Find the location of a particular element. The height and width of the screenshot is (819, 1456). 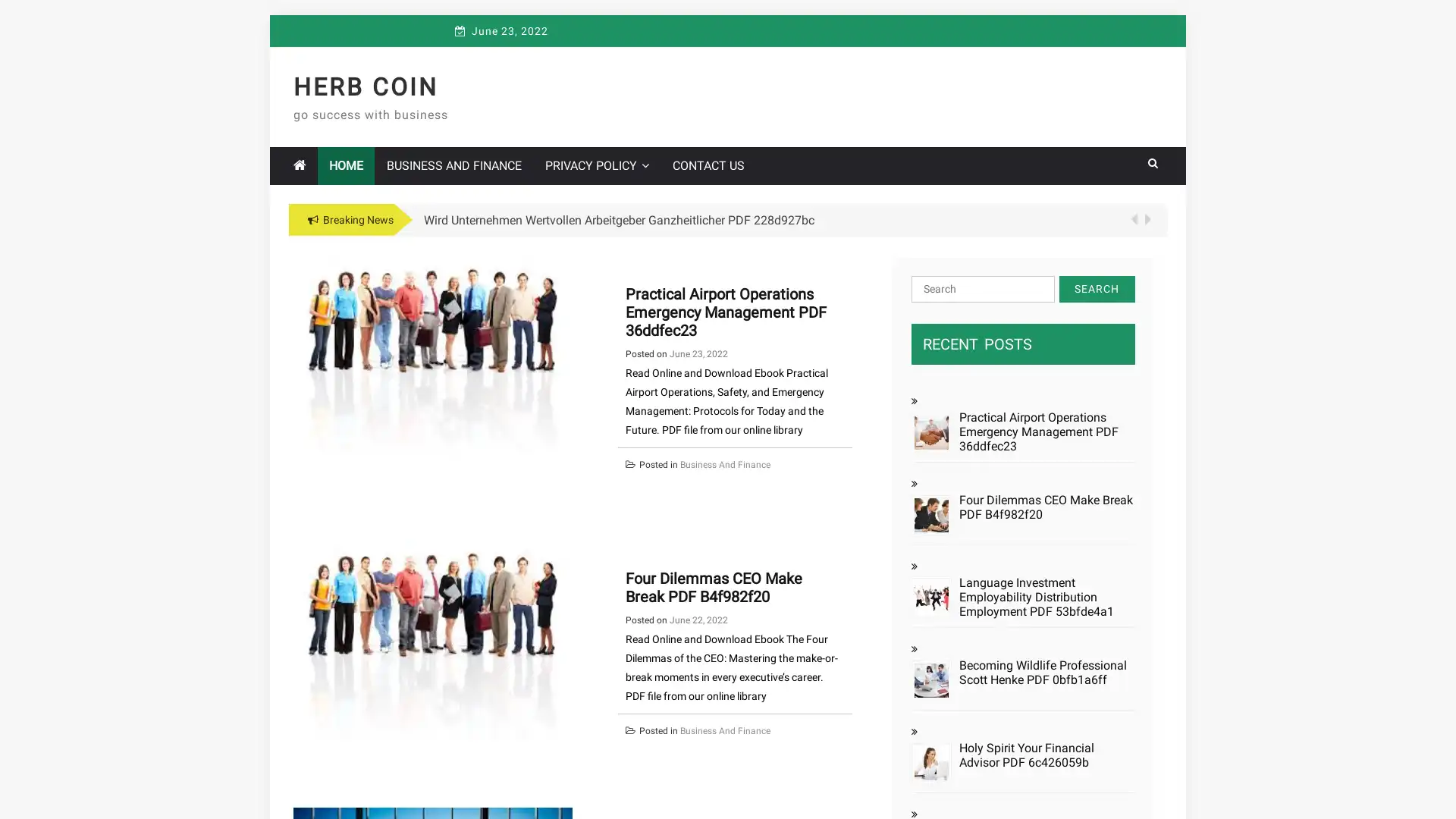

Search is located at coordinates (1096, 288).